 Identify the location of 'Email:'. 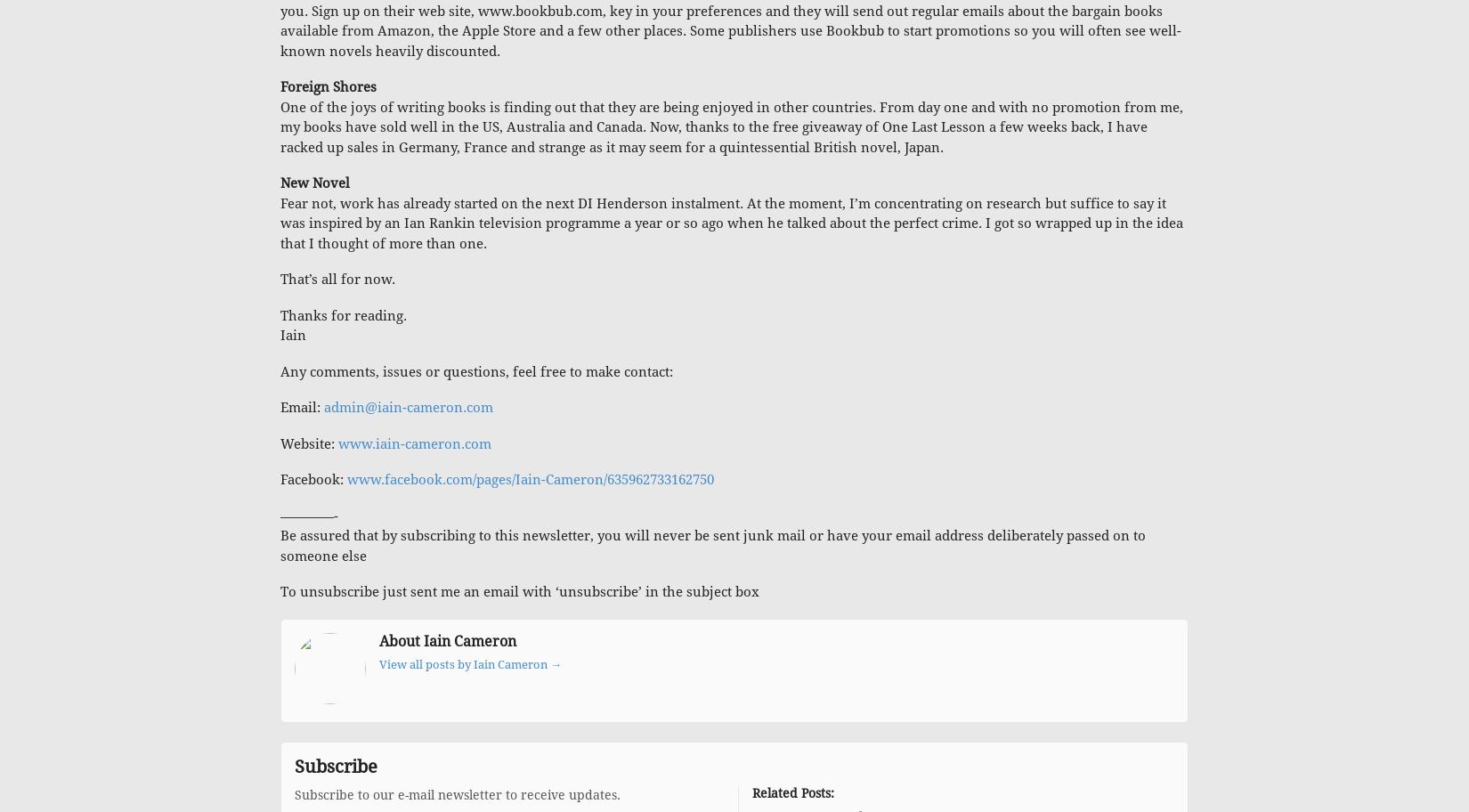
(302, 408).